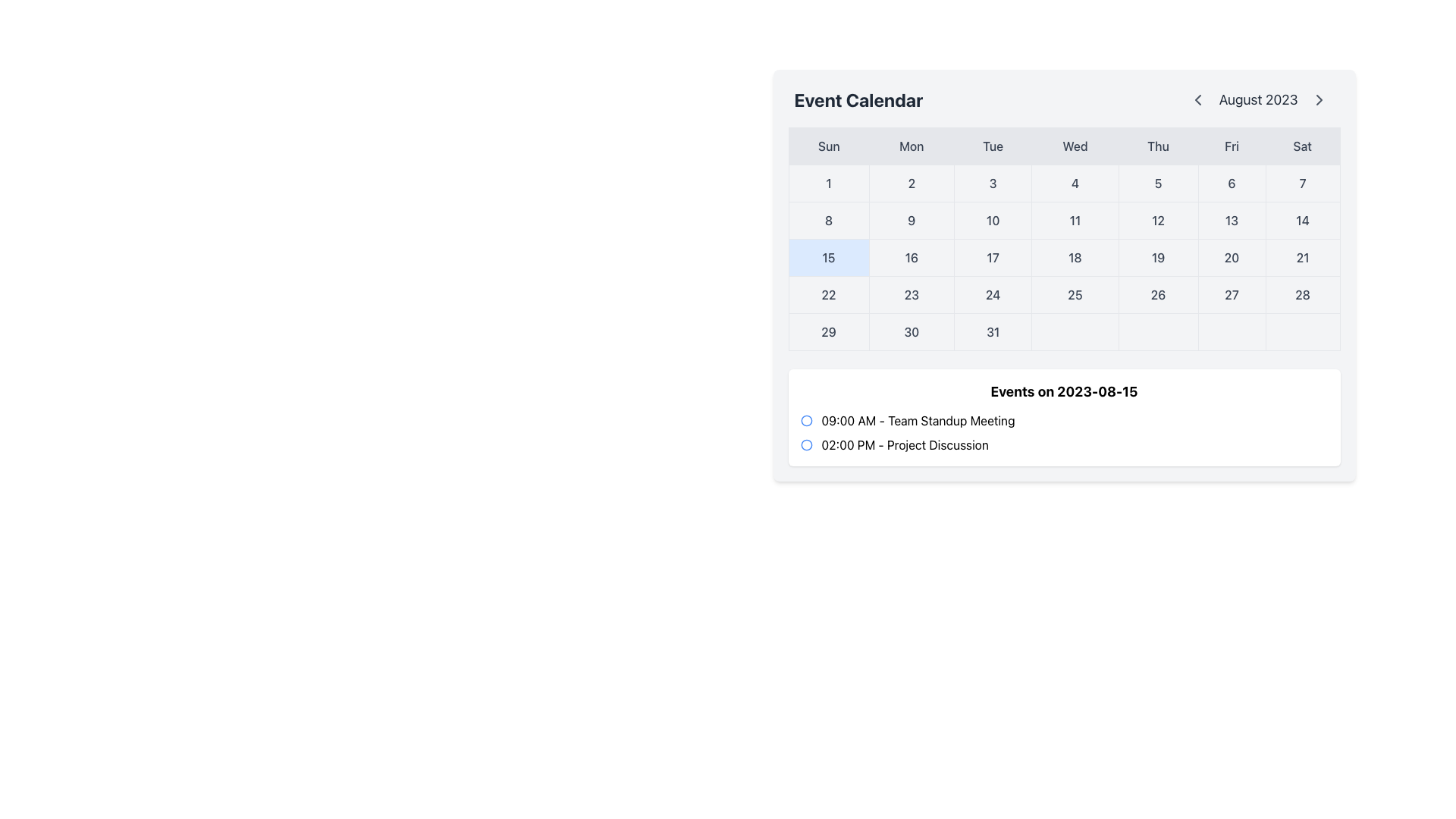 The image size is (1456, 819). I want to click on the Day entry in the calendar grid that represents Saturday, so click(1302, 295).